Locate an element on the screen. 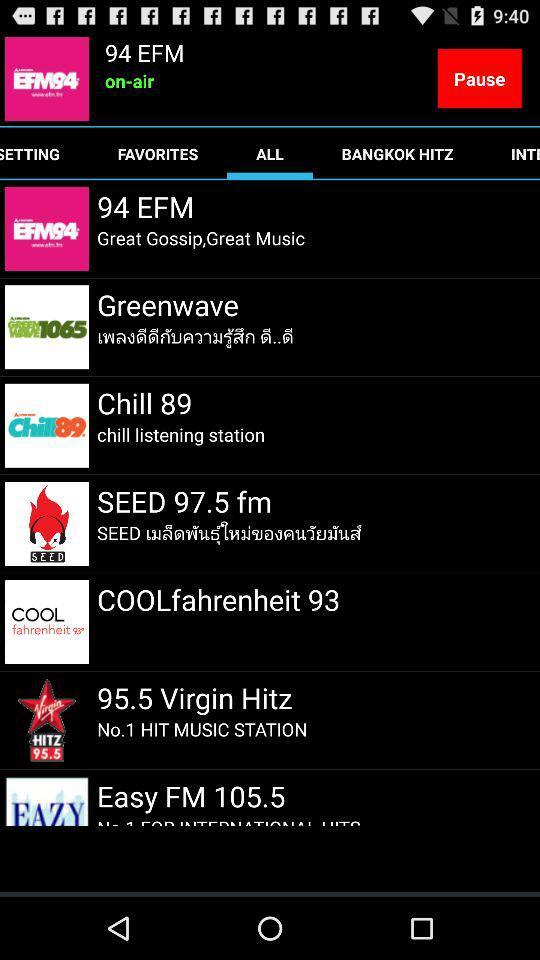 The image size is (540, 960). favorites is located at coordinates (157, 152).